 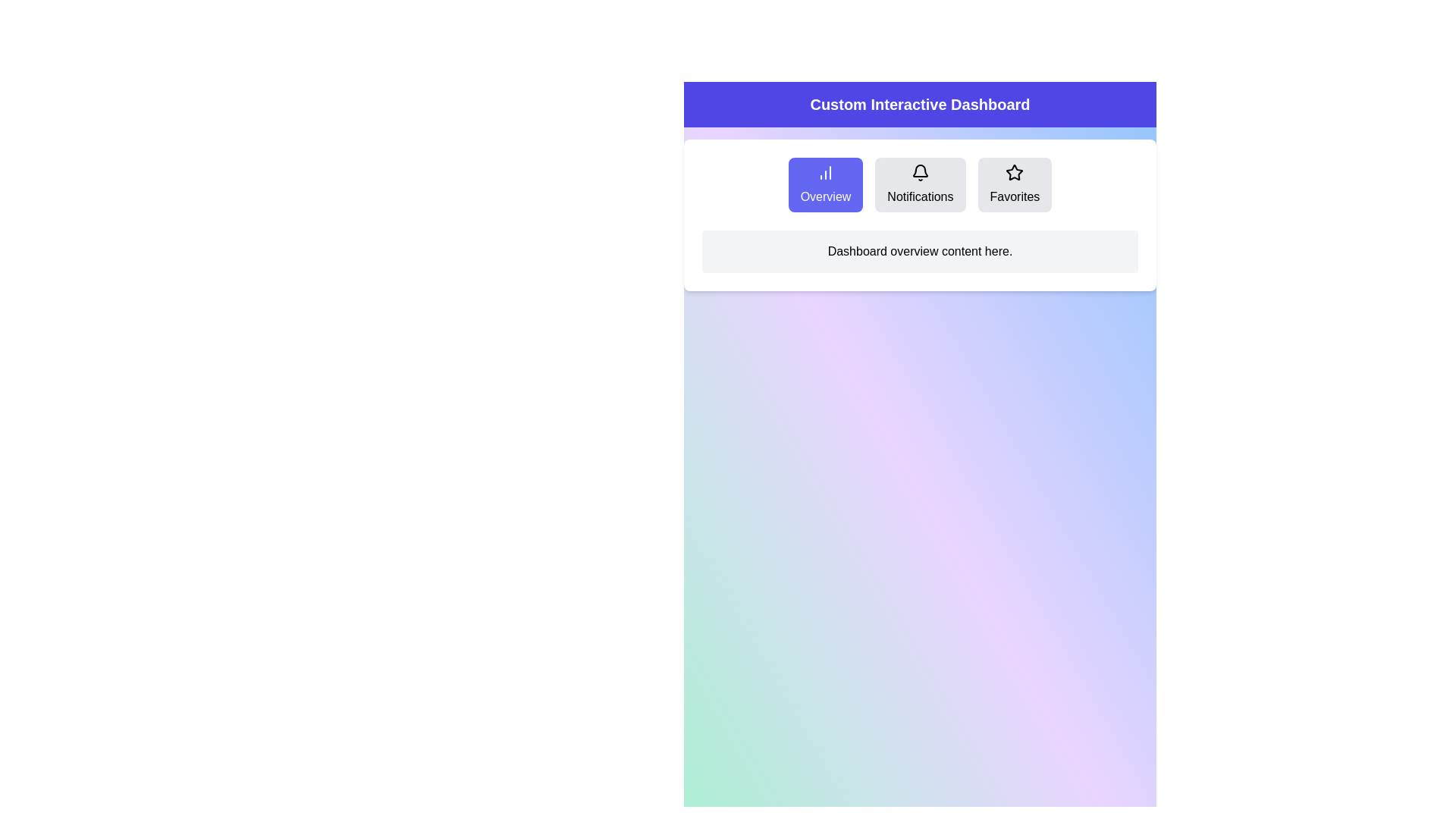 What do you see at coordinates (825, 184) in the screenshot?
I see `the Overview tab in the dashboard` at bounding box center [825, 184].